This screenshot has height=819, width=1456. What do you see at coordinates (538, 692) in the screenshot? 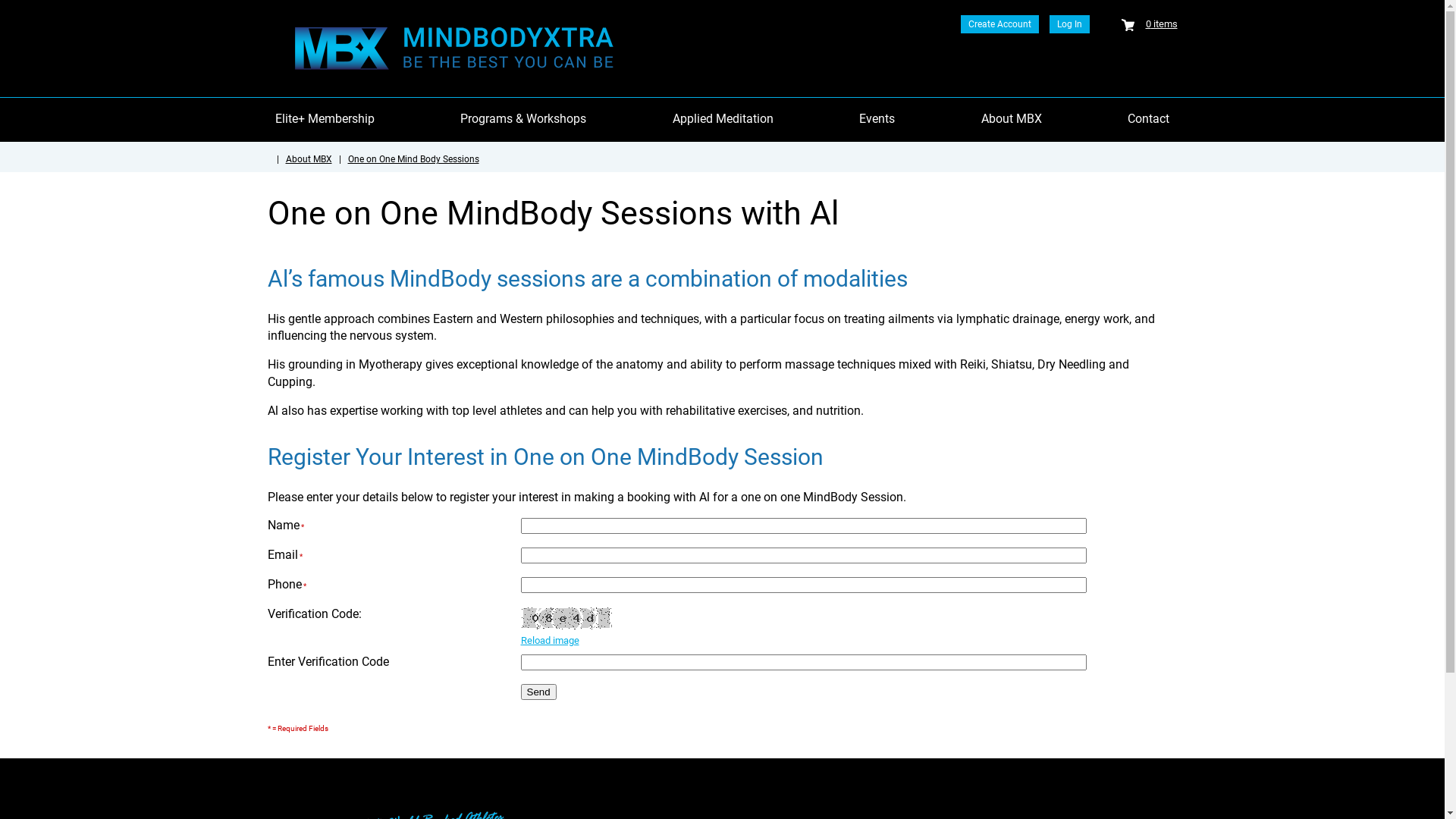
I see `'Send'` at bounding box center [538, 692].